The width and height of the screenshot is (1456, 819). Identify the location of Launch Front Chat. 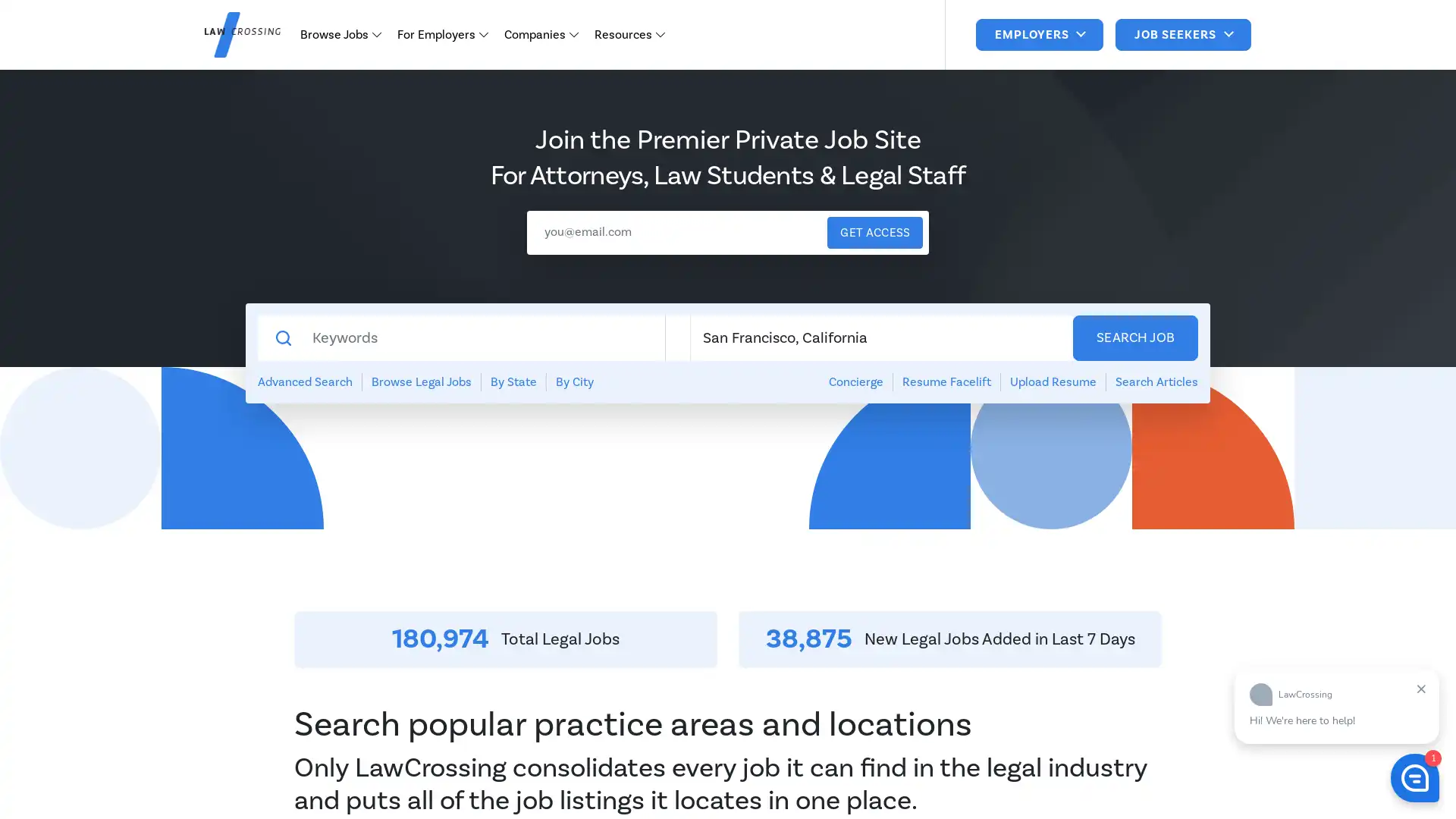
(1414, 778).